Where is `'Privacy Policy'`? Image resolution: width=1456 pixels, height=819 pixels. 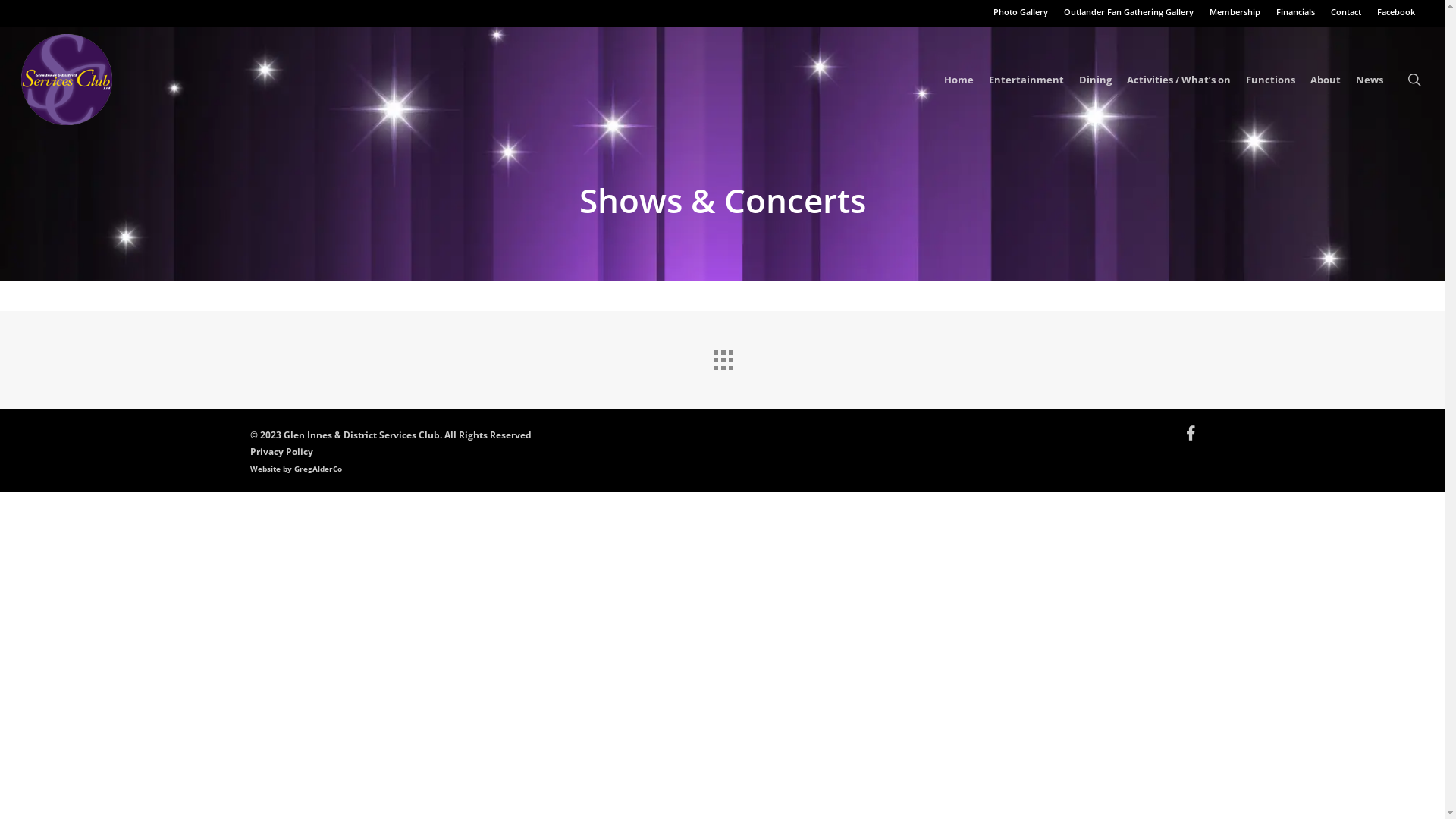
'Privacy Policy' is located at coordinates (250, 450).